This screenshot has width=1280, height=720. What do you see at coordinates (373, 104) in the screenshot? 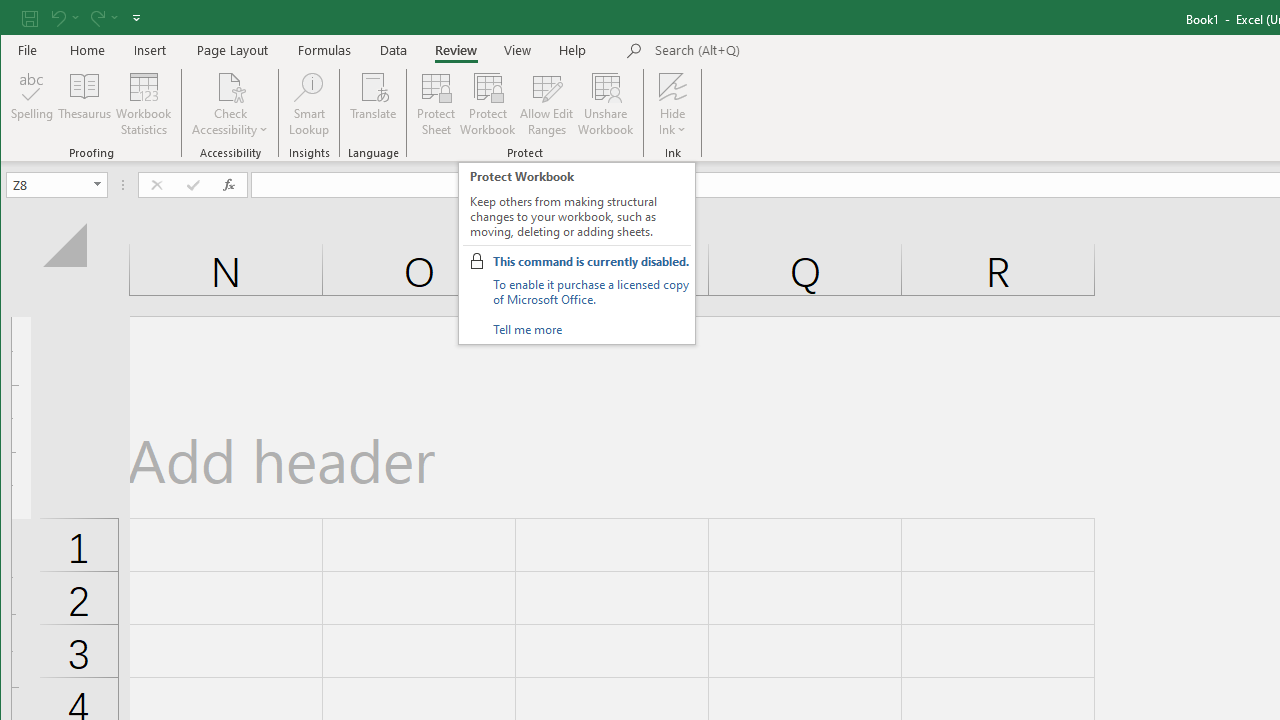
I see `'Translate'` at bounding box center [373, 104].